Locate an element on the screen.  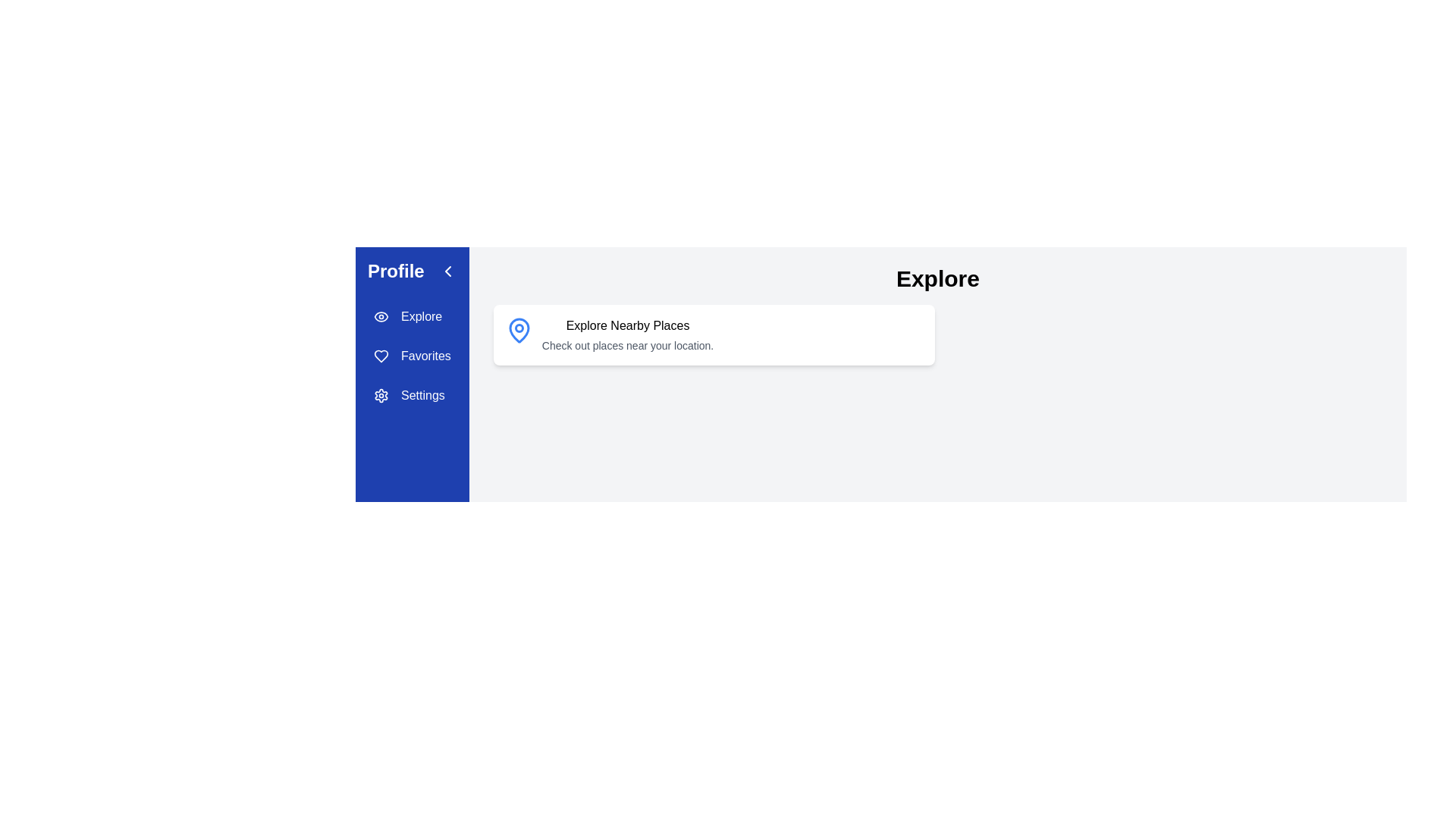
the gear-shaped icon representing 'Settings' located in the vertical navigation bar on the left side of the interface is located at coordinates (381, 394).